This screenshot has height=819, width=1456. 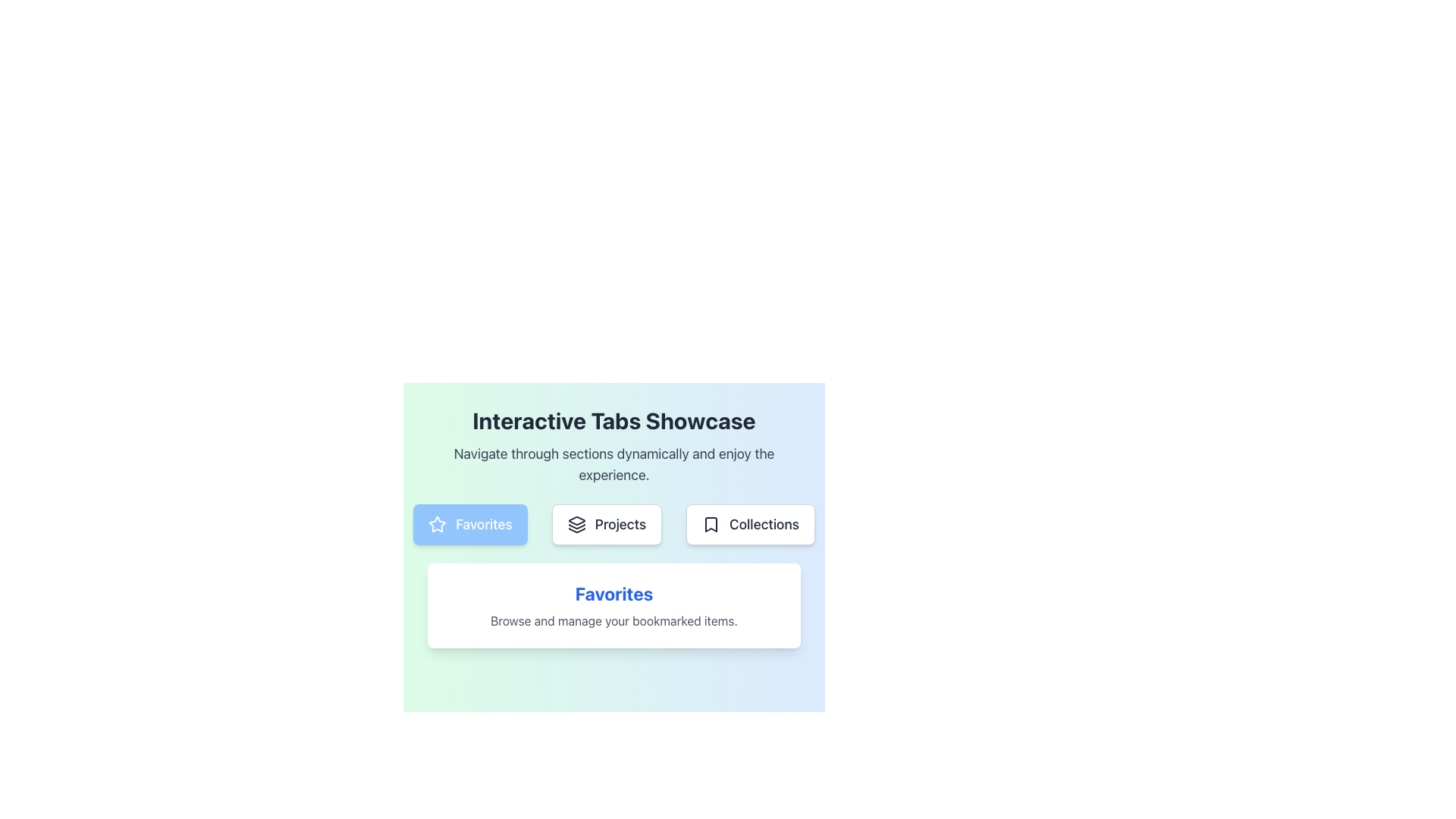 I want to click on the 'Projects' button, which is a rectangular button with a white background and a gray border, featuring an icon of layered squares and the text 'Projects'. It is located in the navigation group between 'Favorites' and 'Collections', so click(x=607, y=523).